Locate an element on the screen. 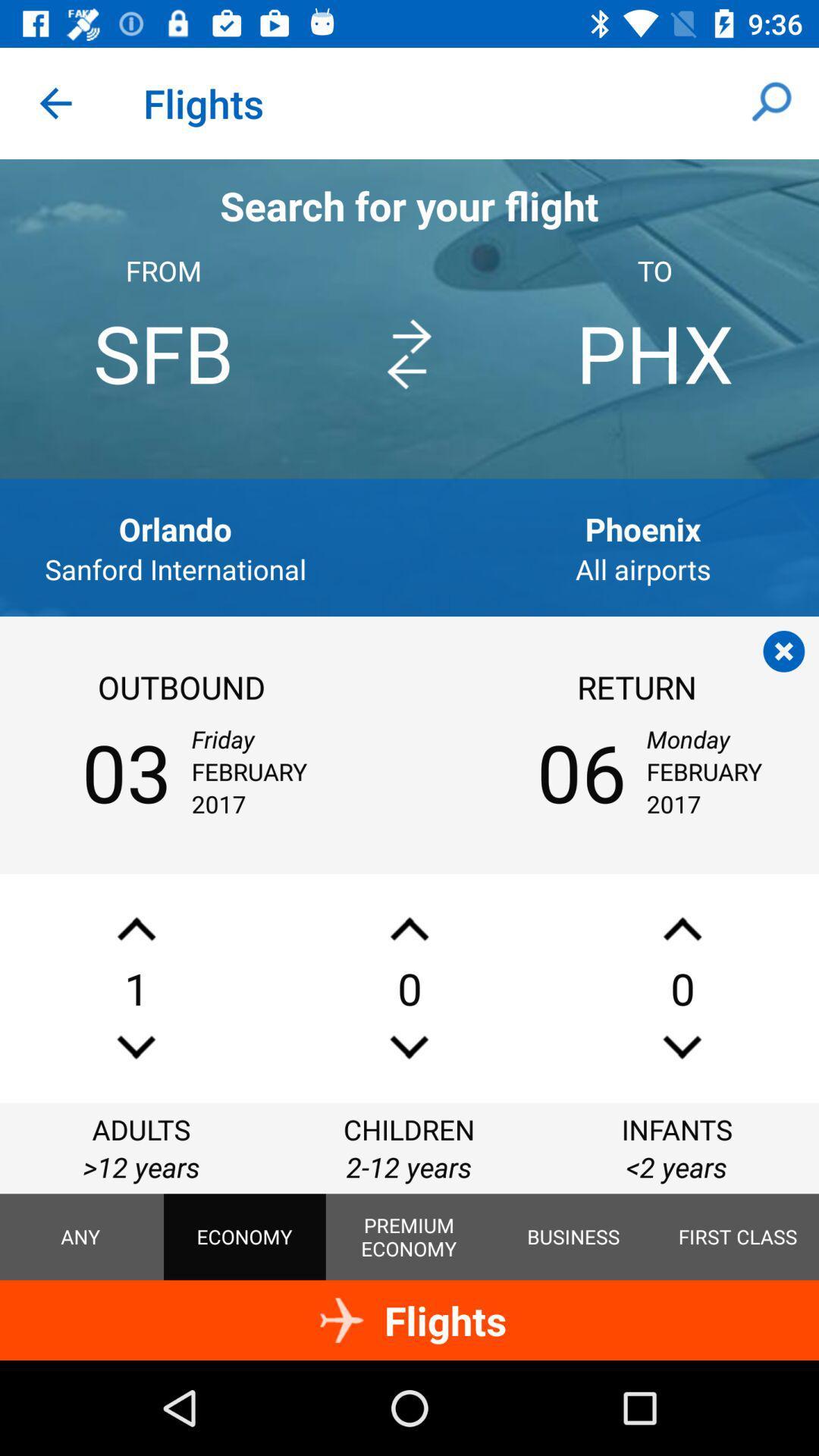 The height and width of the screenshot is (1456, 819). the sliders icon is located at coordinates (681, 1046).